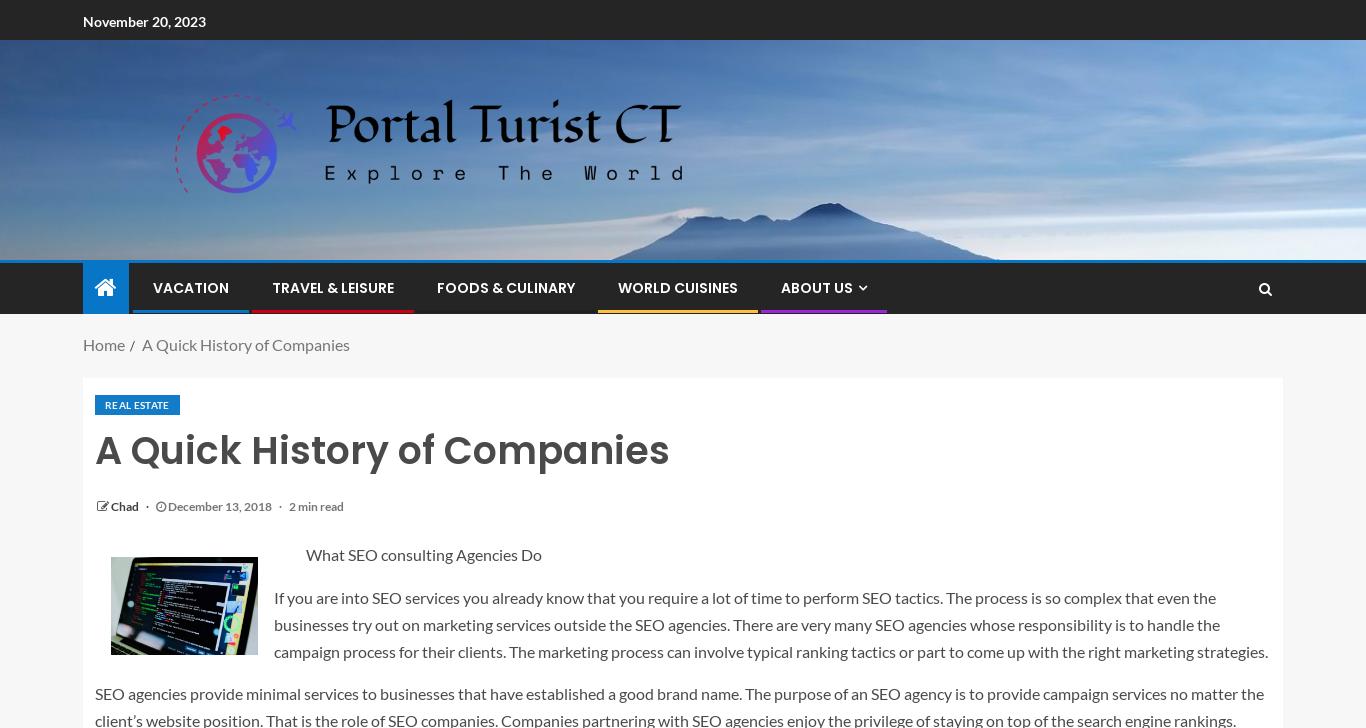  Describe the element at coordinates (423, 554) in the screenshot. I see `'What SEO consulting Agencies Do'` at that location.